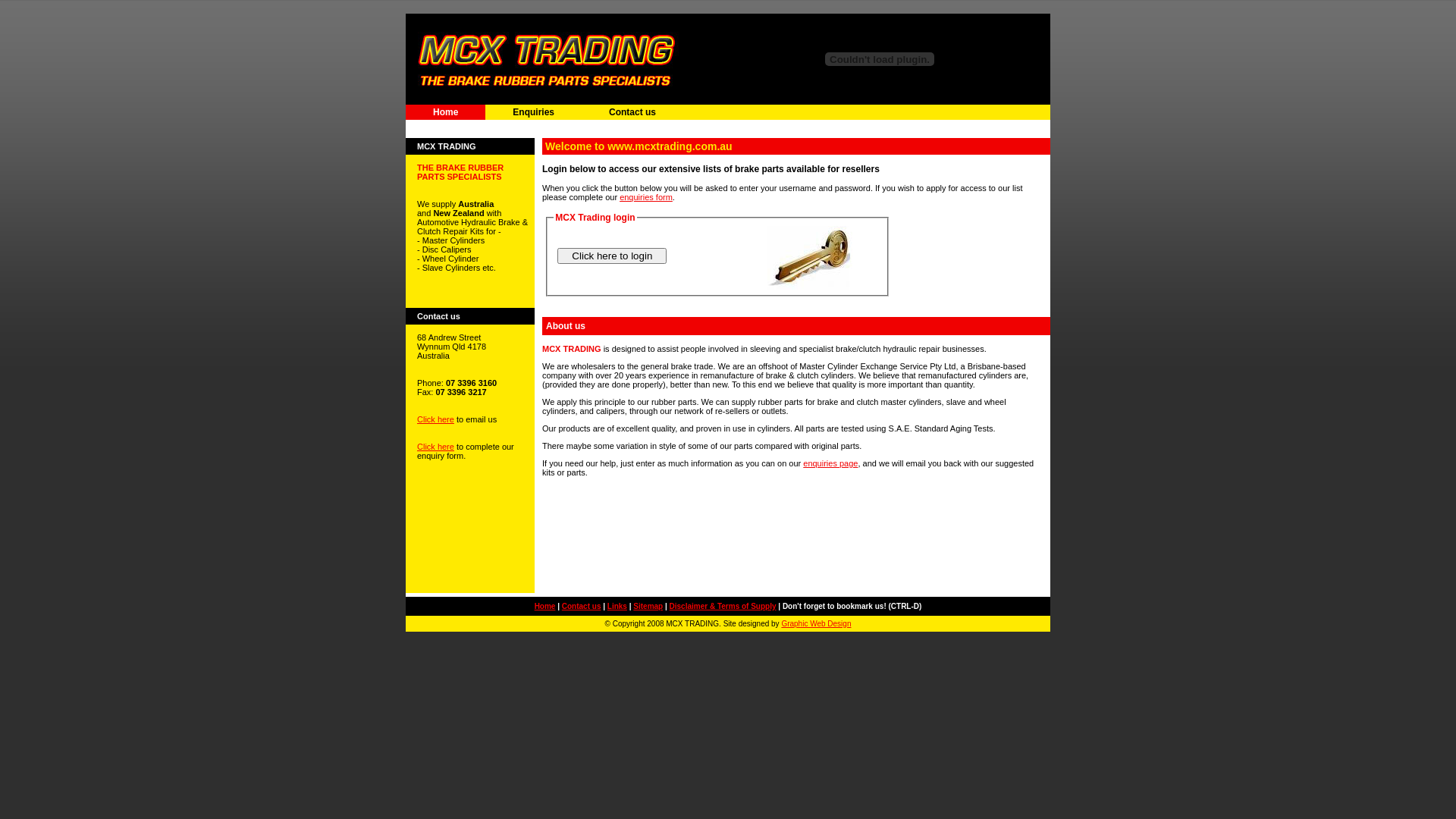  Describe the element at coordinates (435, 446) in the screenshot. I see `'Click here'` at that location.